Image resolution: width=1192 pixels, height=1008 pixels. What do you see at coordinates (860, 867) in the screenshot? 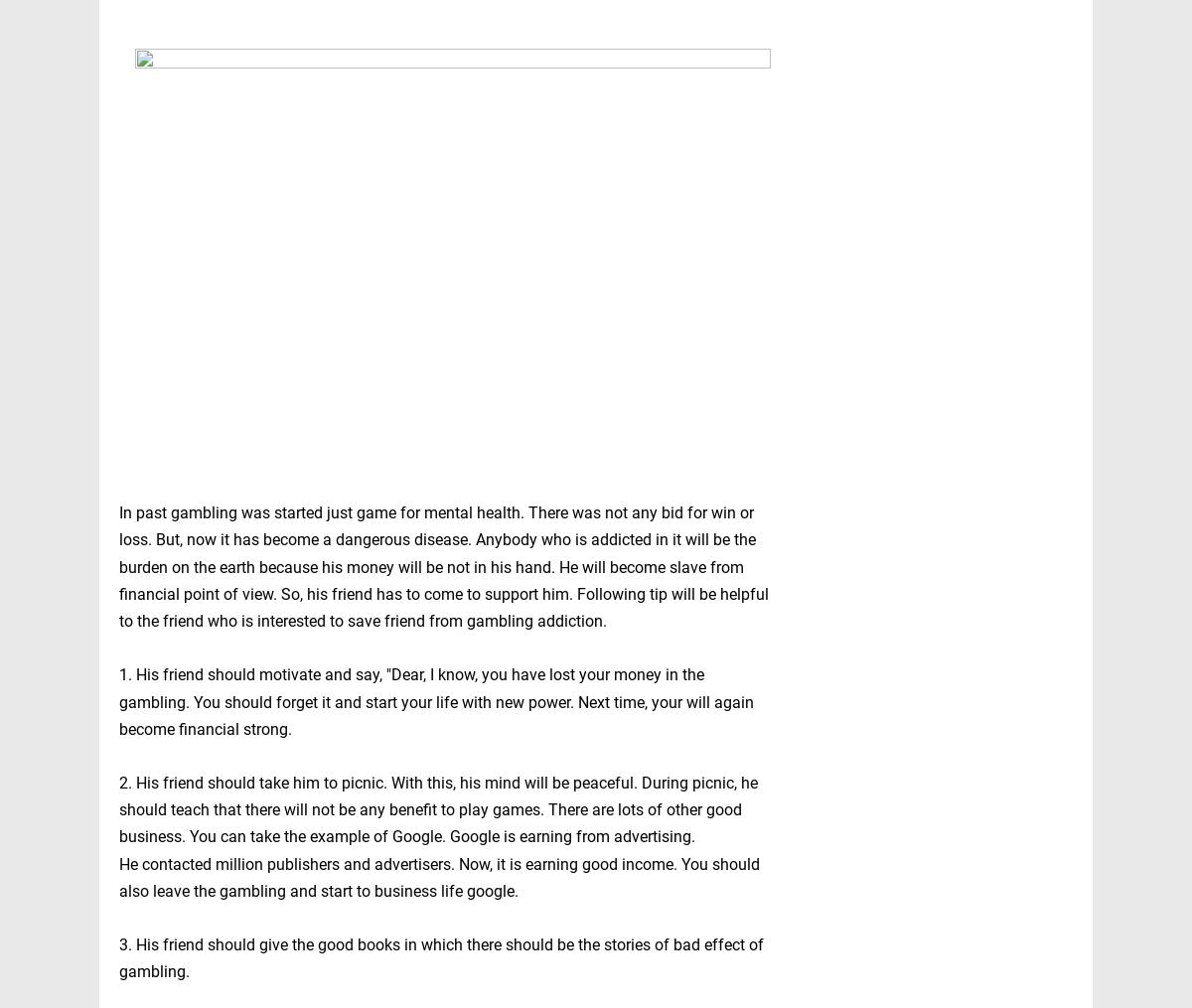
I see `'Accounting Scandals'` at bounding box center [860, 867].